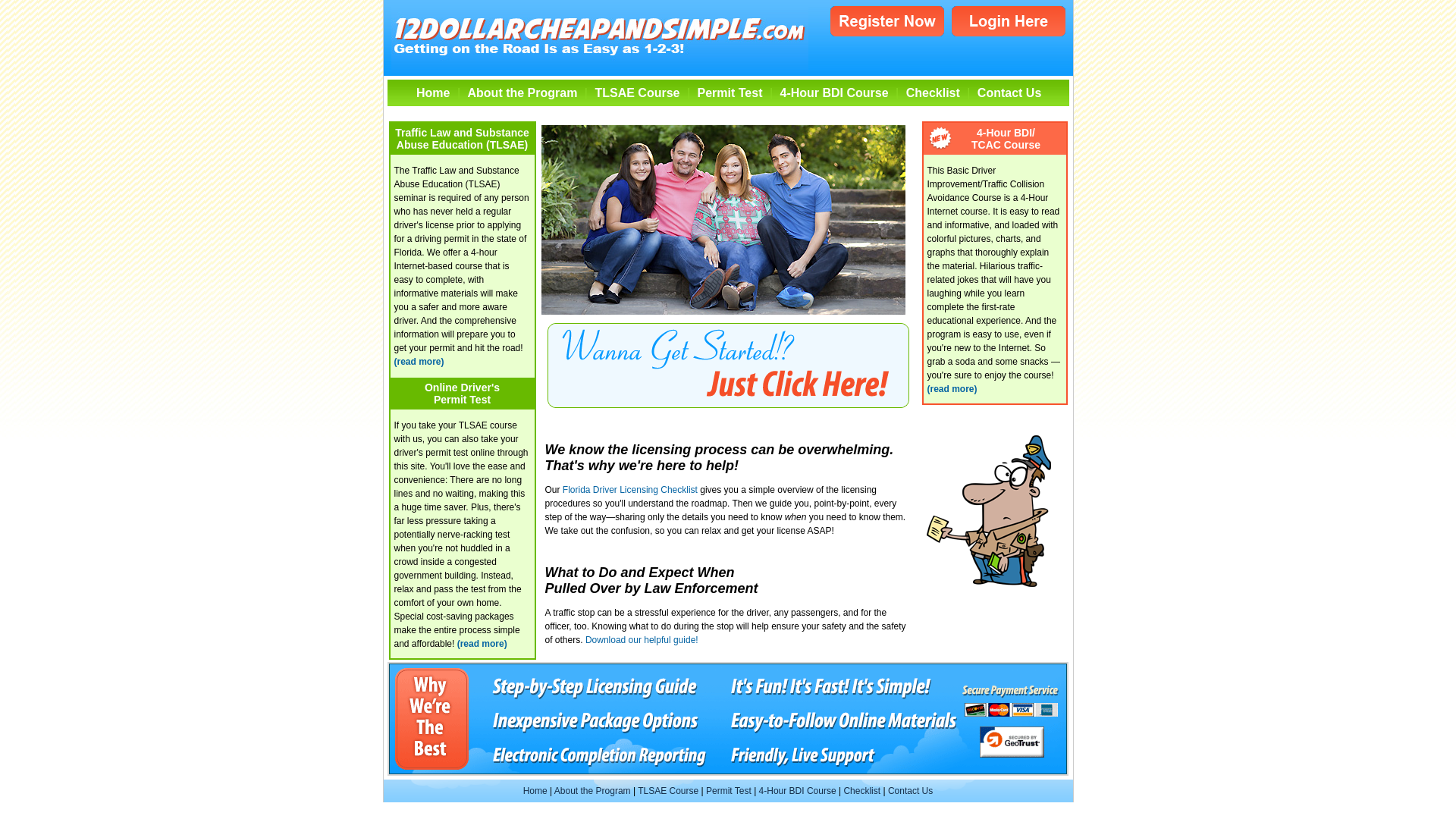  I want to click on 'Contact Us', so click(1009, 93).